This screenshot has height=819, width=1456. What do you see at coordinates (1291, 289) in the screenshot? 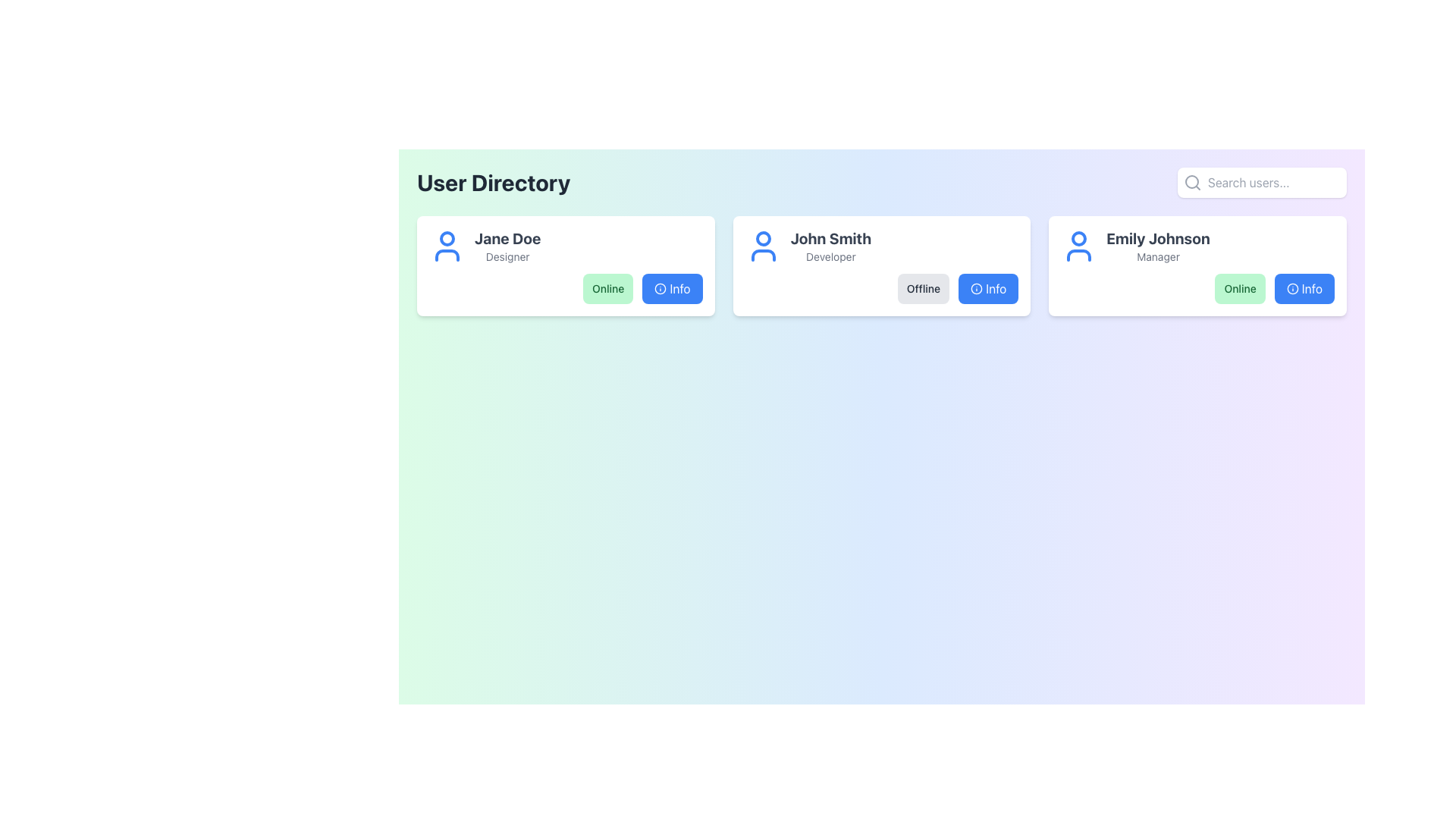
I see `the circular blue-bordered information icon with a white center, located within the 'Info' button on Emily Johnson's user card` at bounding box center [1291, 289].